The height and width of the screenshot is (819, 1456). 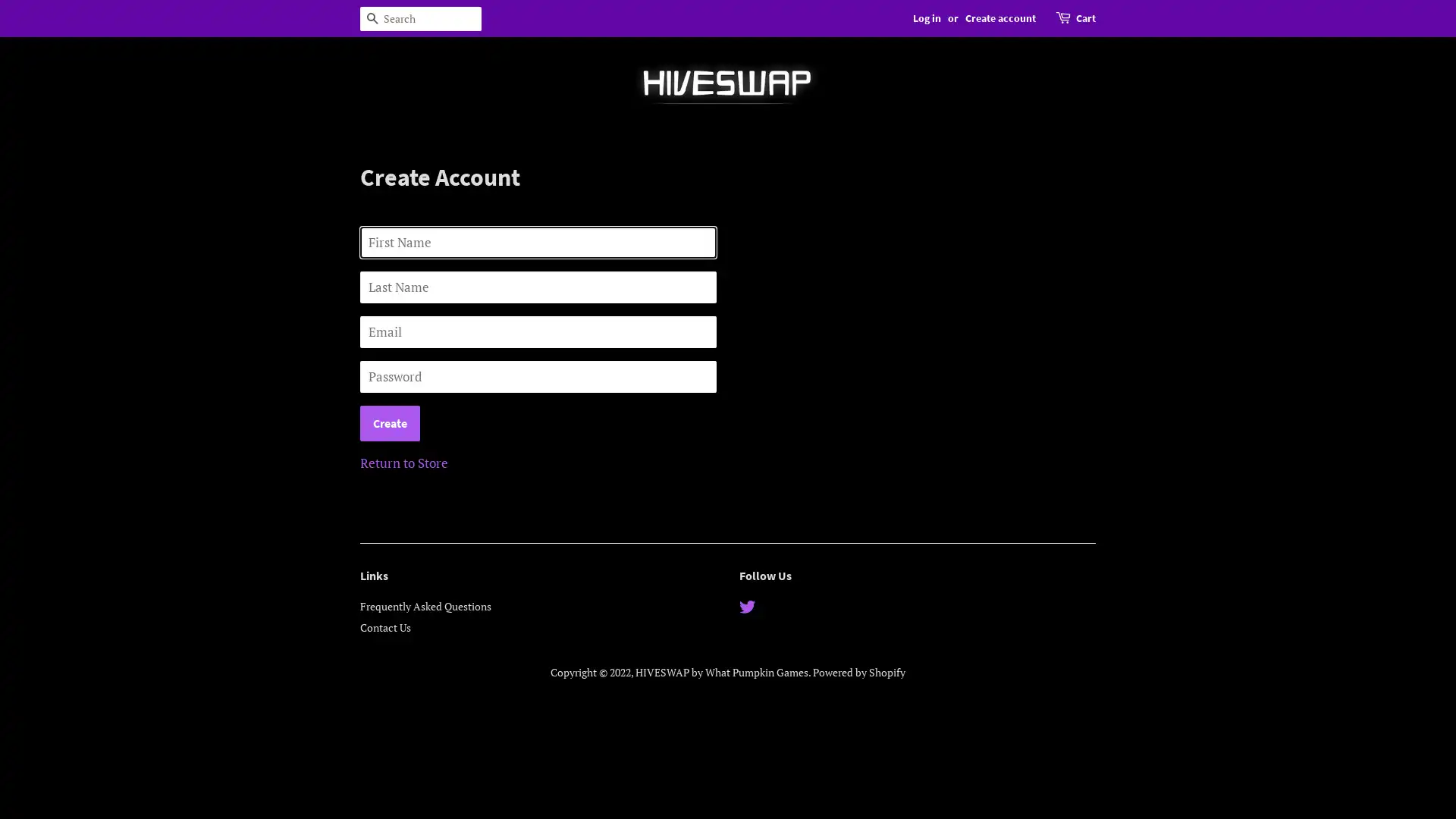 I want to click on Create, so click(x=390, y=423).